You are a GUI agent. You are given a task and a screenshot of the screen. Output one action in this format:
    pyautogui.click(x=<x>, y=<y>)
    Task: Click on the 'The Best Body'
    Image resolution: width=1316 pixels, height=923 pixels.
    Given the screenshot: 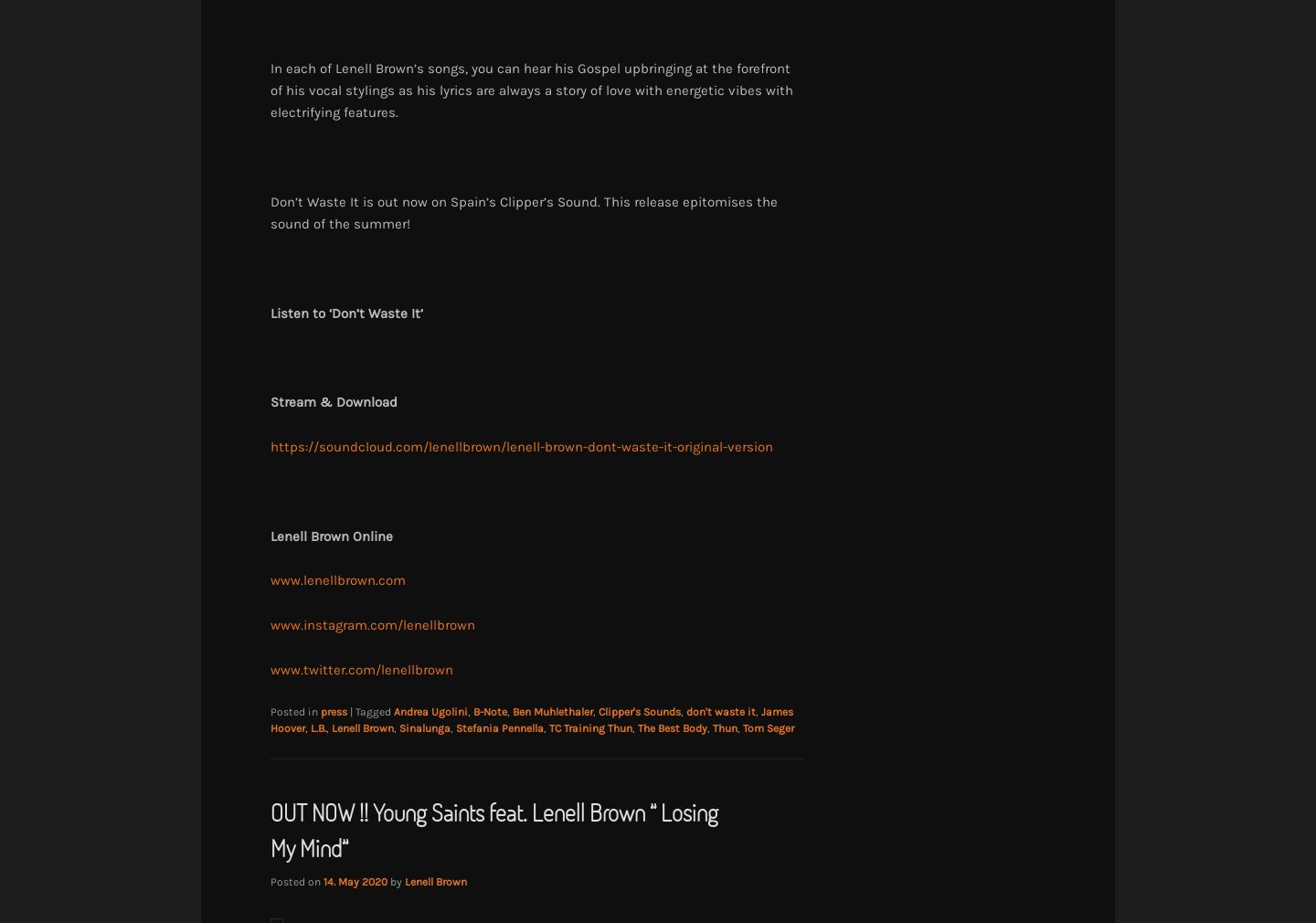 What is the action you would take?
    pyautogui.click(x=671, y=727)
    